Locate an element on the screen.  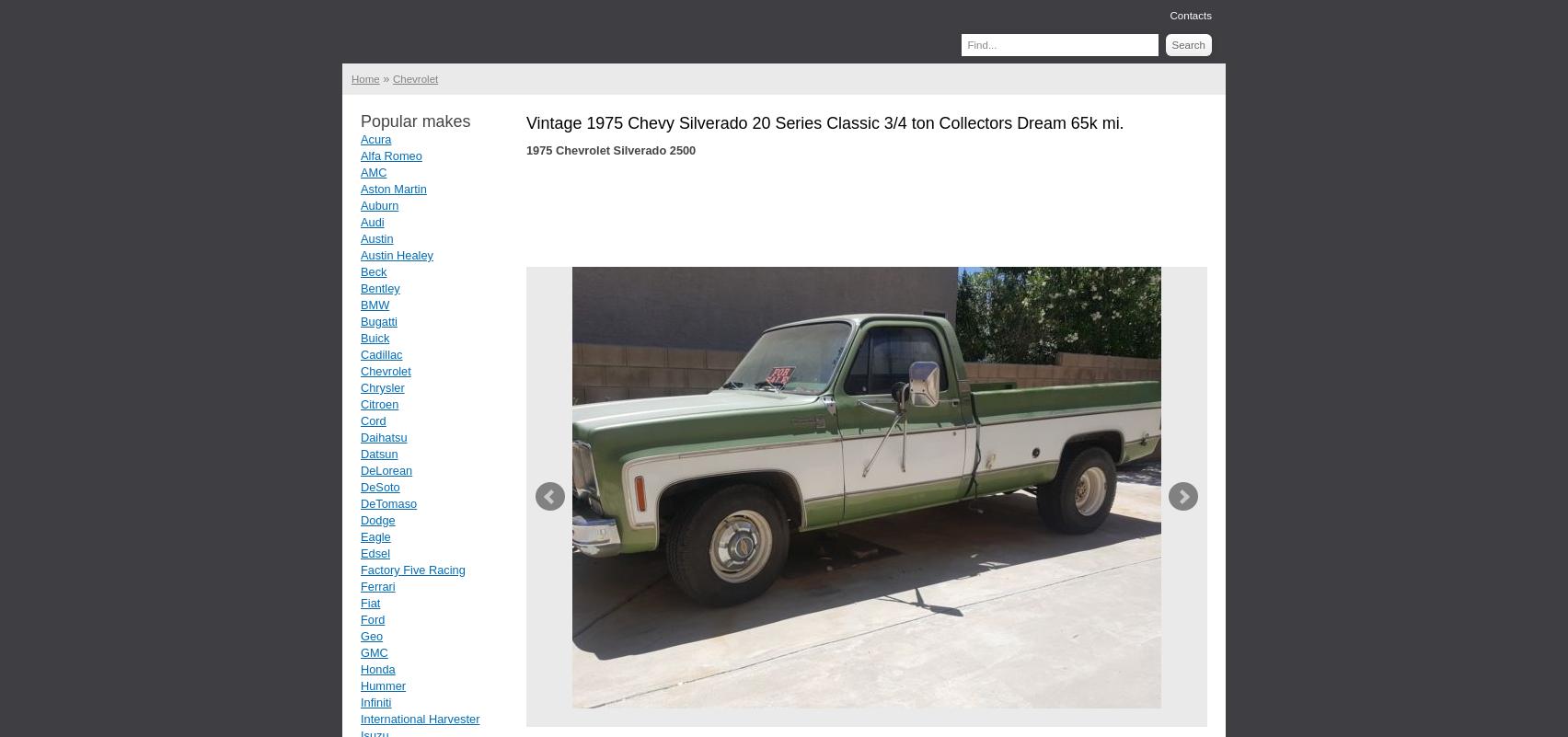
'Factory Five Racing' is located at coordinates (412, 570).